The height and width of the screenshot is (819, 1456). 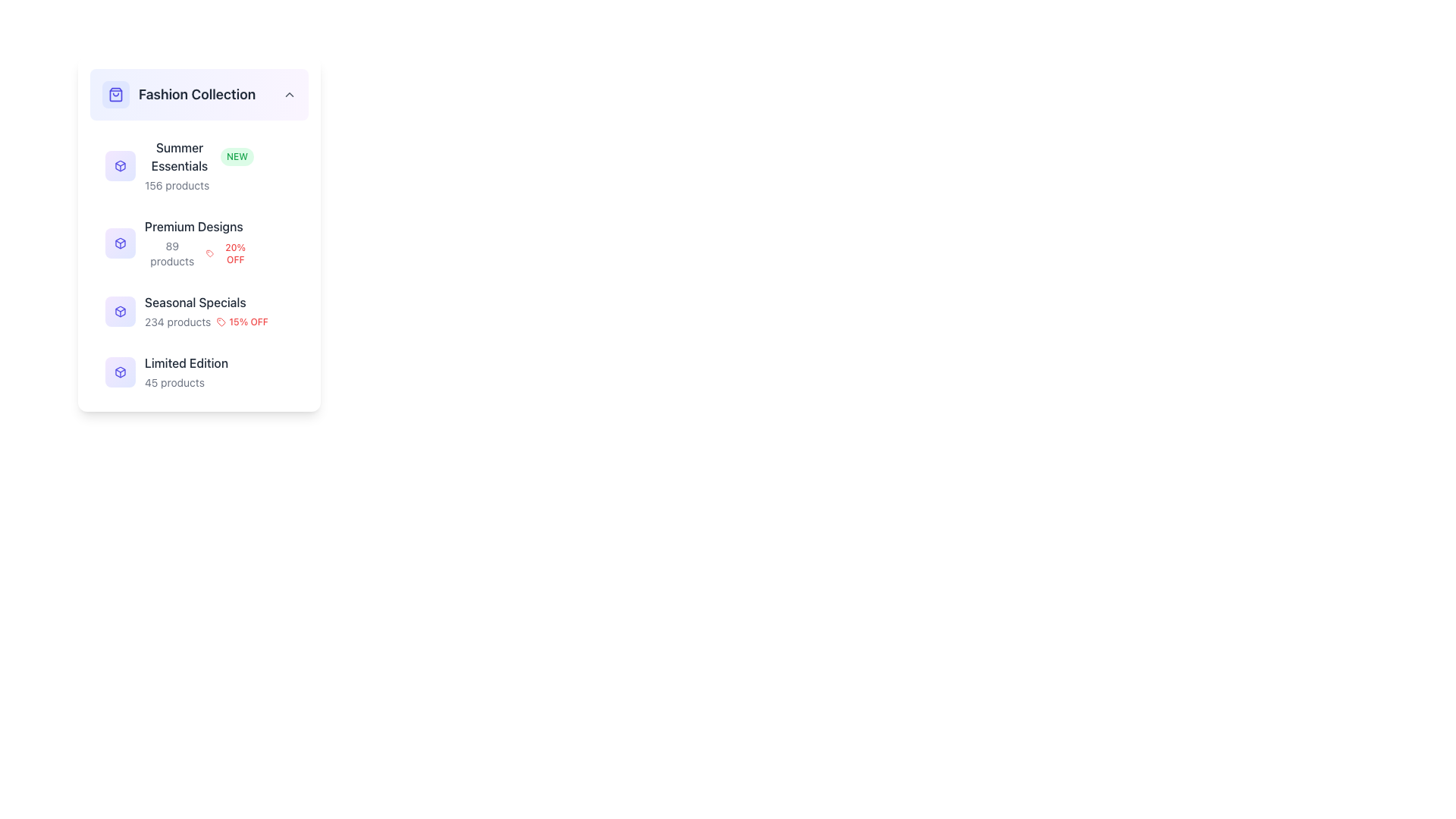 What do you see at coordinates (209, 253) in the screenshot?
I see `discount icon located within the 'Fashion Collection' card, under the 'Premium Designs' section, to the left of the '20% OFF' label` at bounding box center [209, 253].